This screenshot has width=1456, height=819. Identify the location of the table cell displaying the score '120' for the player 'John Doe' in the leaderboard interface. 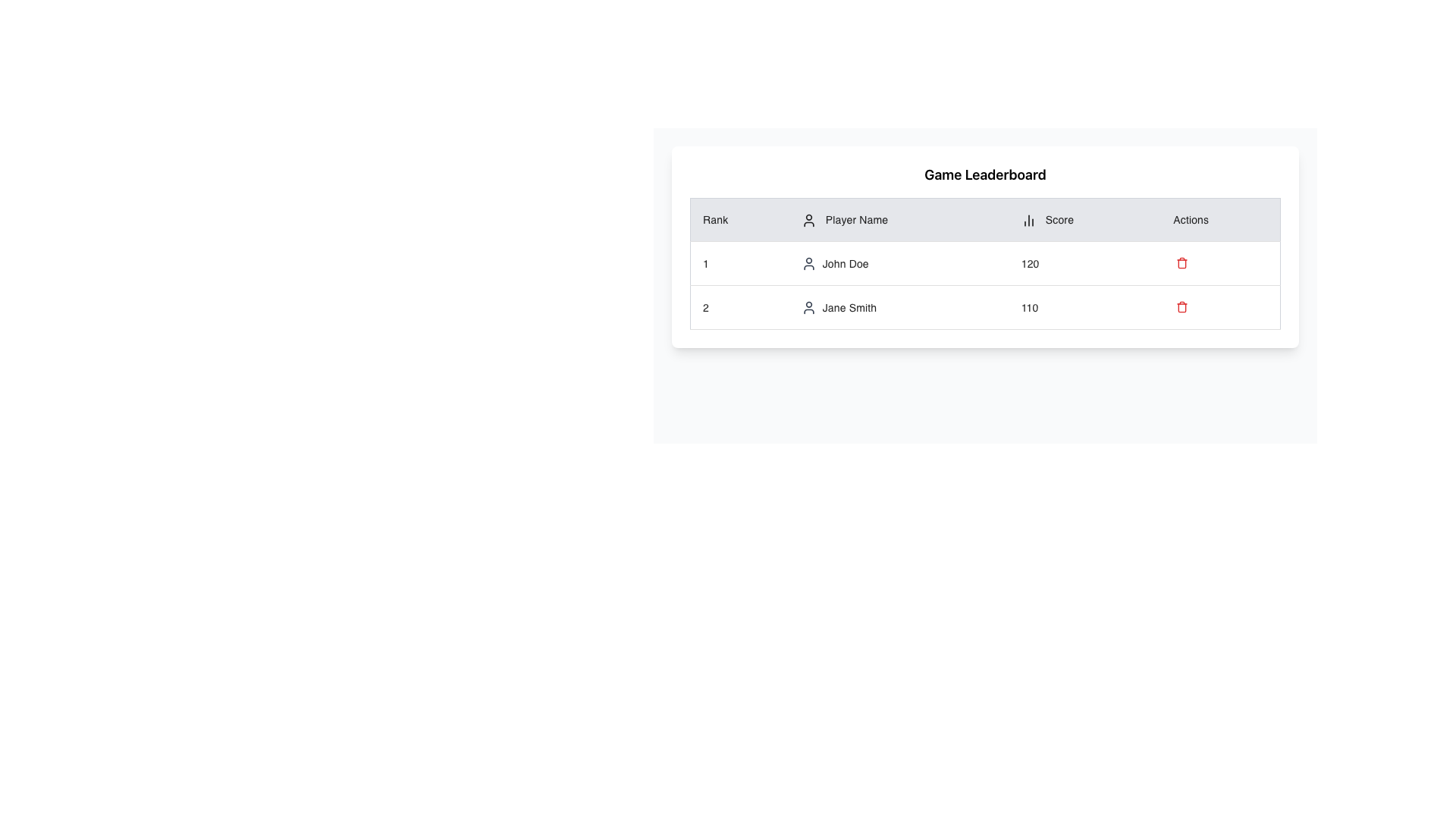
(1084, 262).